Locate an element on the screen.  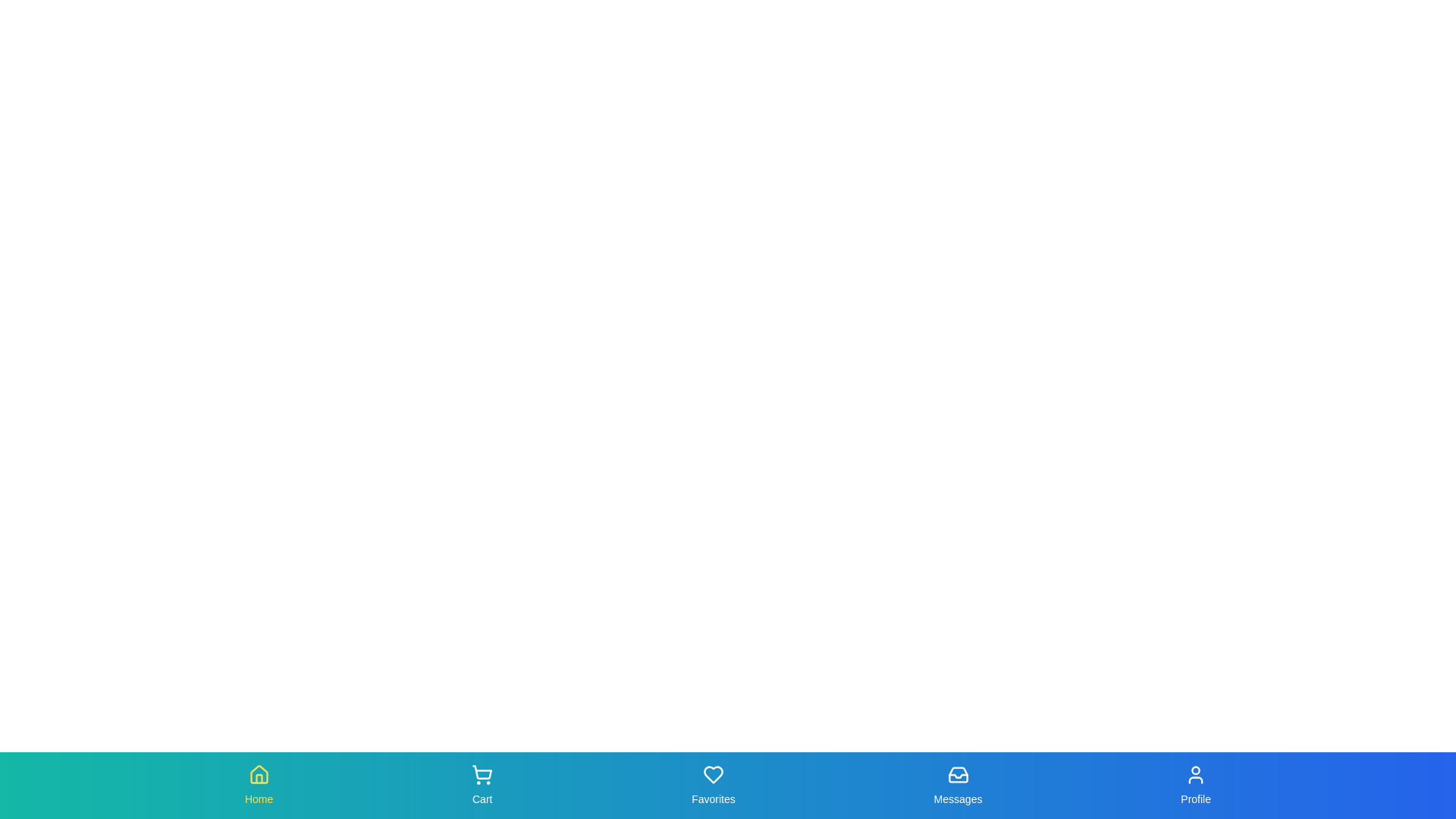
the Cart tab in the bottom navigation bar is located at coordinates (482, 785).